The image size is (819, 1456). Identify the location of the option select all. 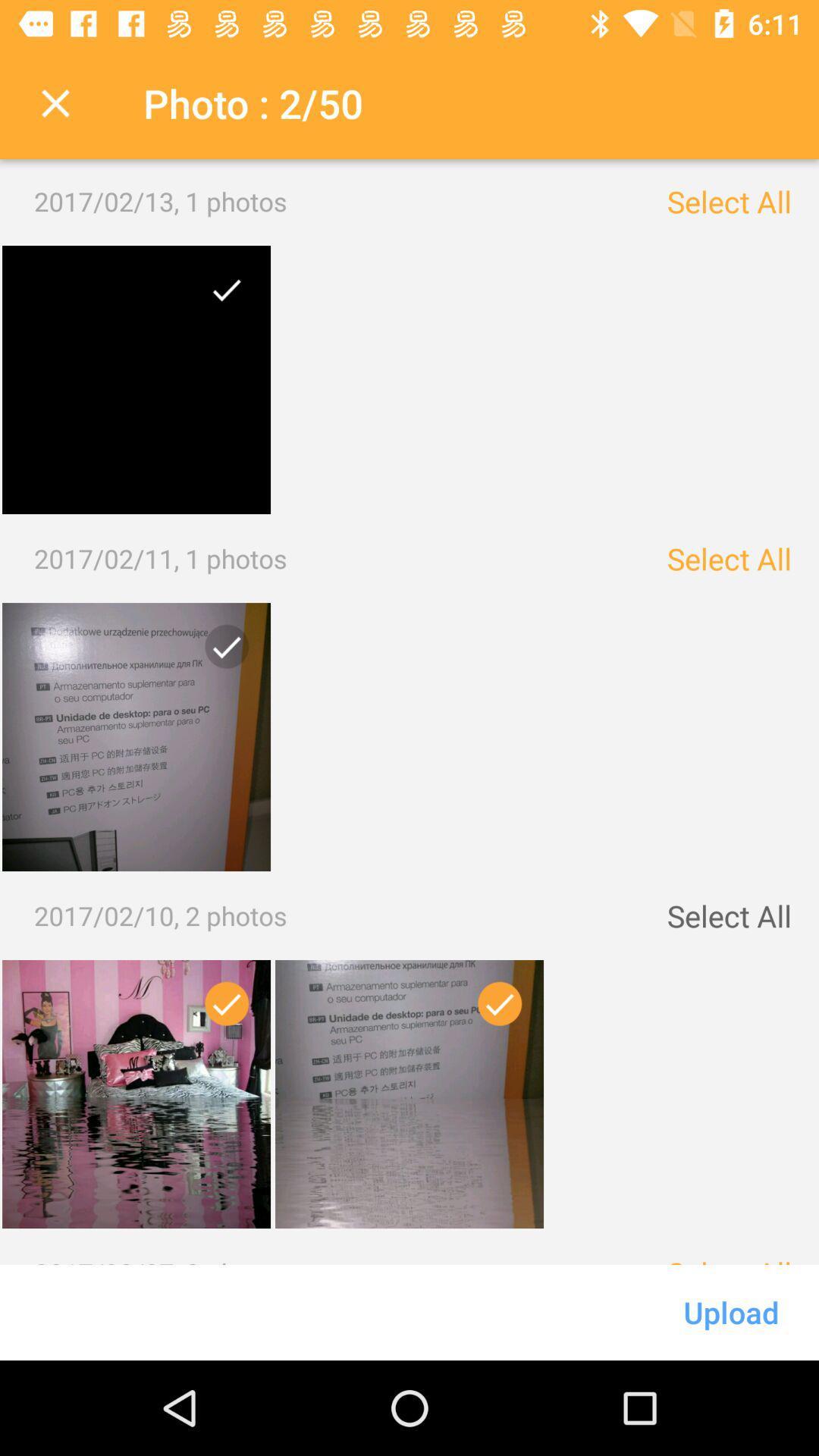
(728, 200).